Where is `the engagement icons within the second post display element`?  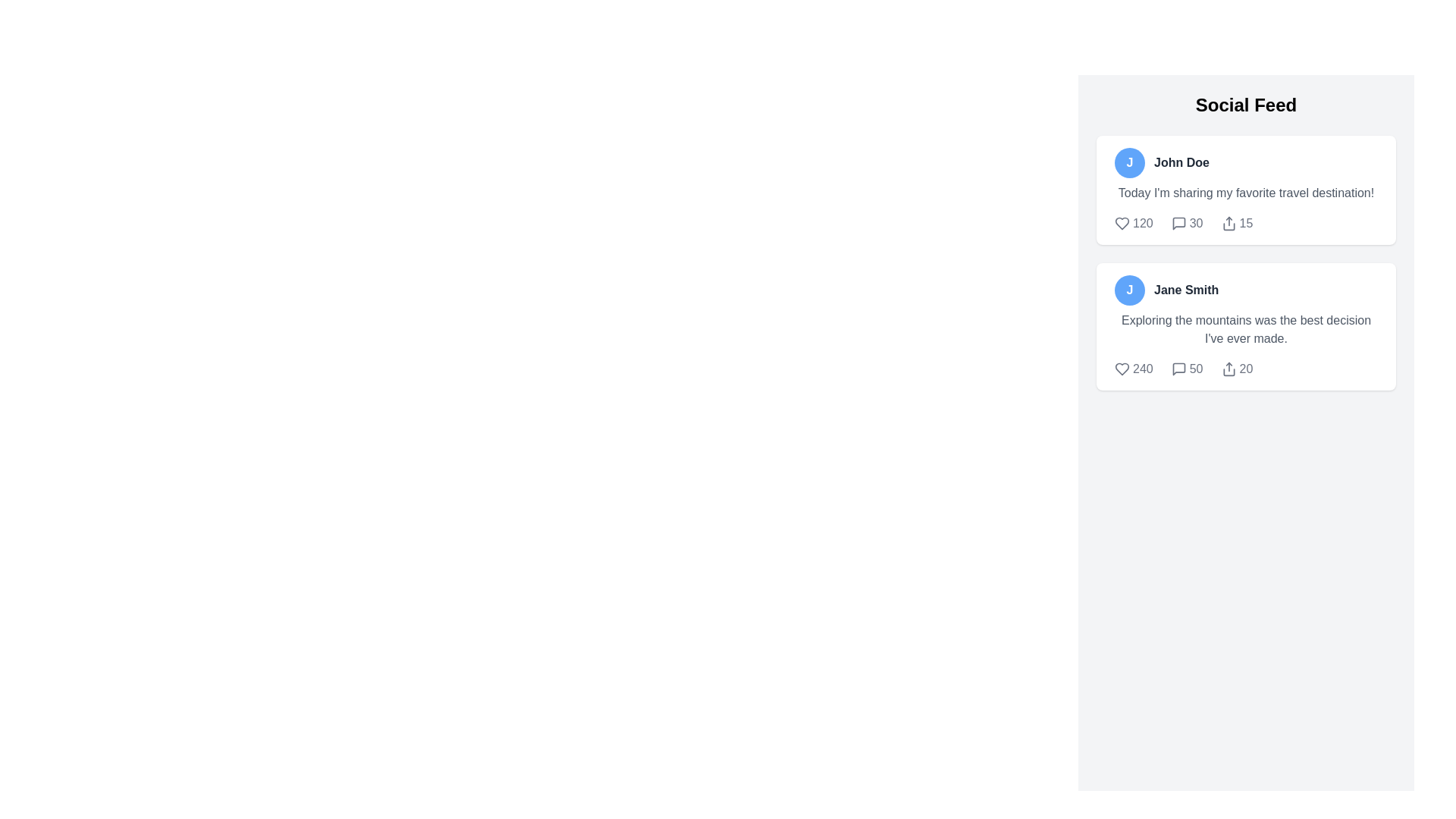
the engagement icons within the second post display element is located at coordinates (1246, 262).